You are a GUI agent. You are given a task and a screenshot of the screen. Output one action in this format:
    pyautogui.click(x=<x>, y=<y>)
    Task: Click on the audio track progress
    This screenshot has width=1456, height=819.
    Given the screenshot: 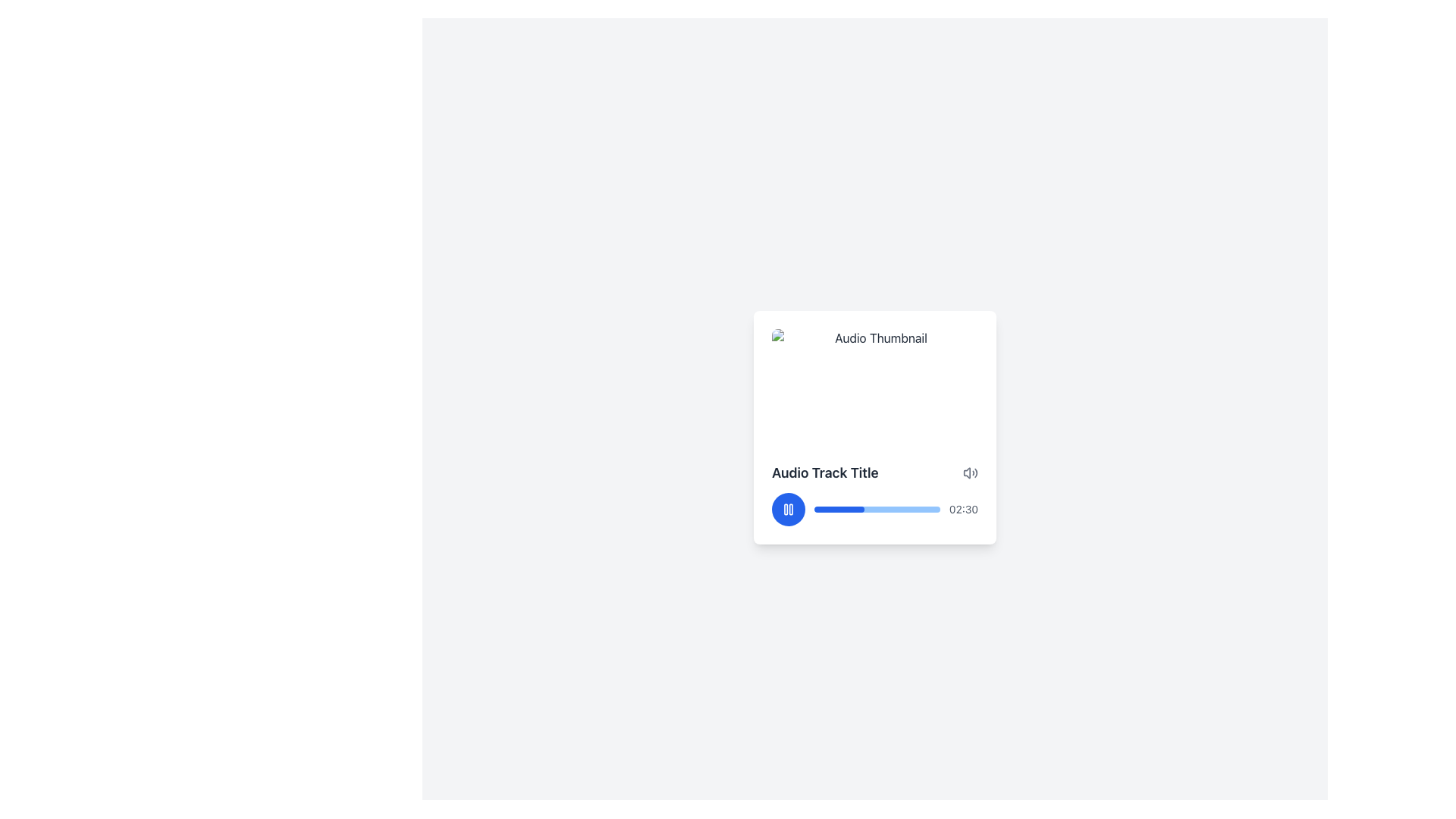 What is the action you would take?
    pyautogui.click(x=827, y=509)
    